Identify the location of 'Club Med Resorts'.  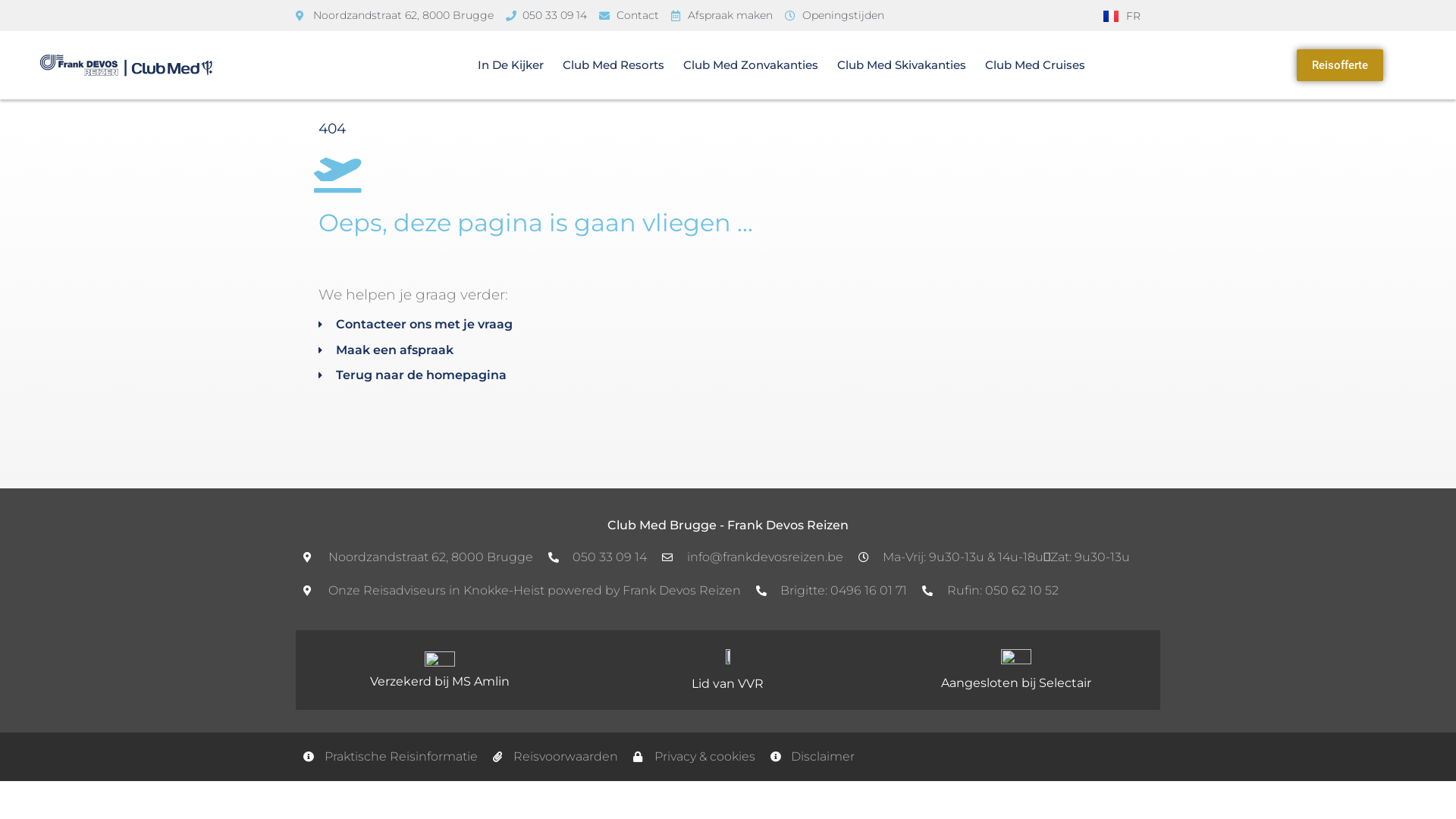
(613, 64).